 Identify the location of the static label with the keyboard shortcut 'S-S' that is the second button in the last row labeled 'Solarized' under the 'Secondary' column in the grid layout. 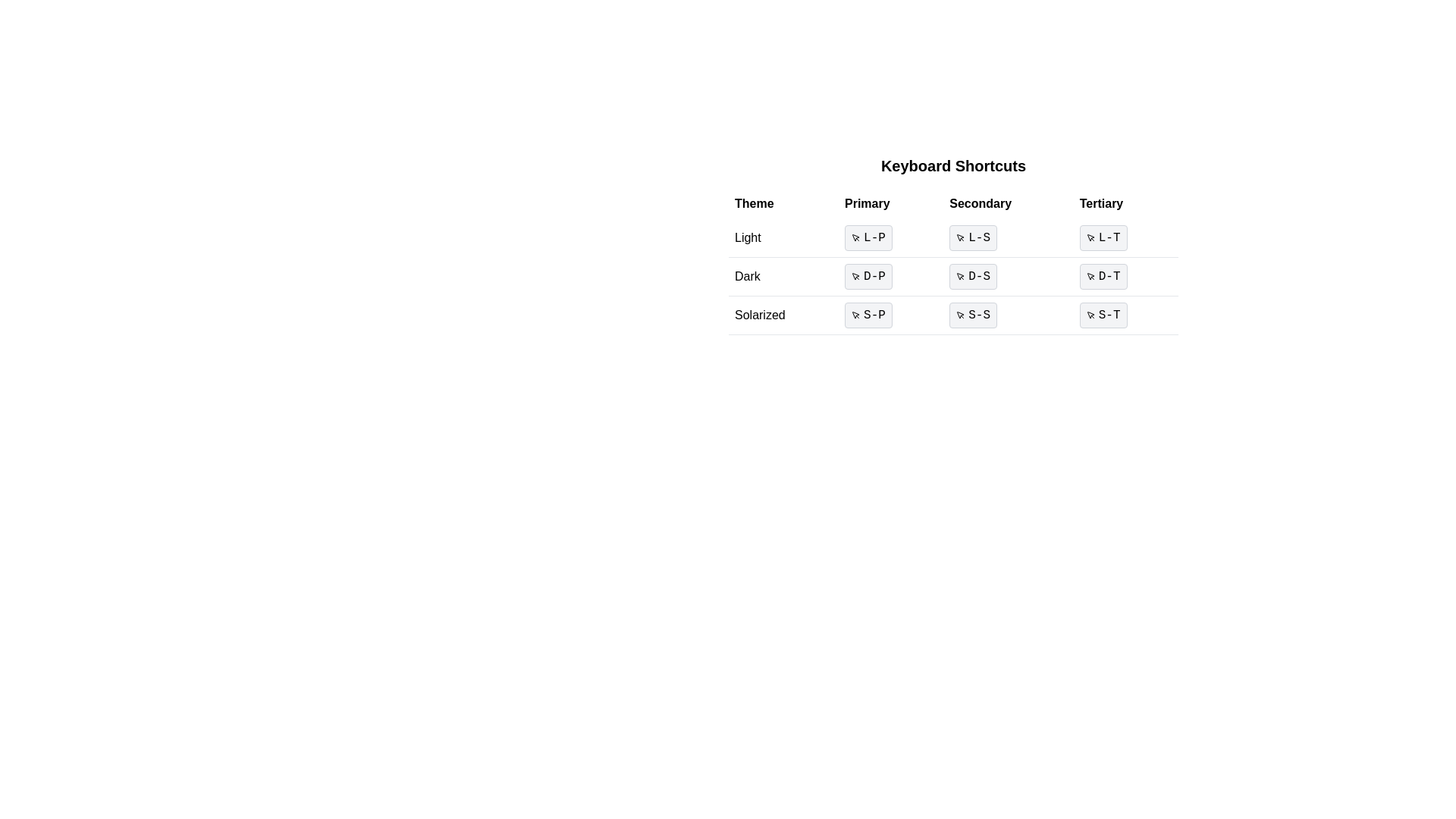
(973, 315).